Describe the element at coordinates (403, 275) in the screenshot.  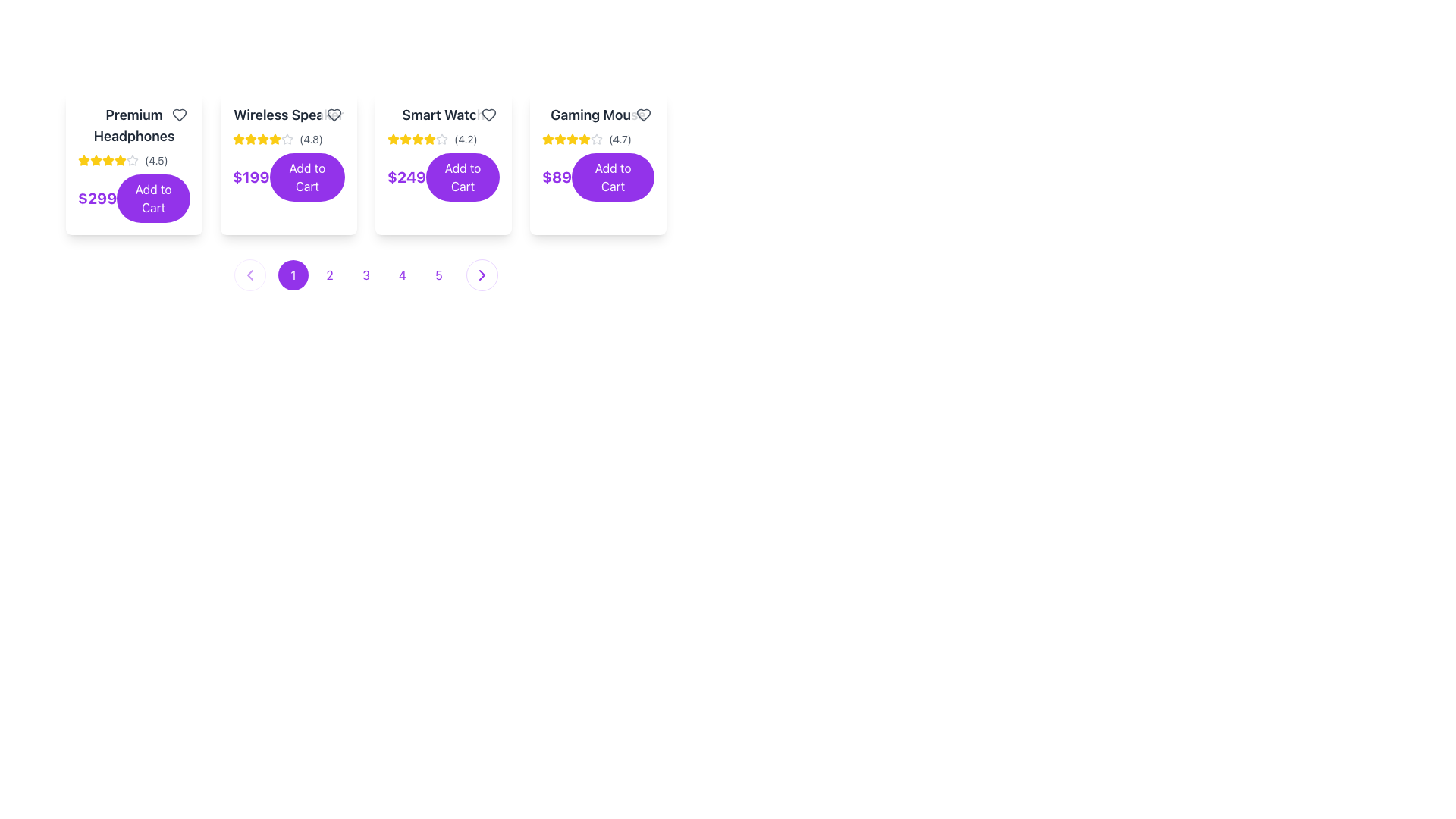
I see `the fourth pagination button` at that location.